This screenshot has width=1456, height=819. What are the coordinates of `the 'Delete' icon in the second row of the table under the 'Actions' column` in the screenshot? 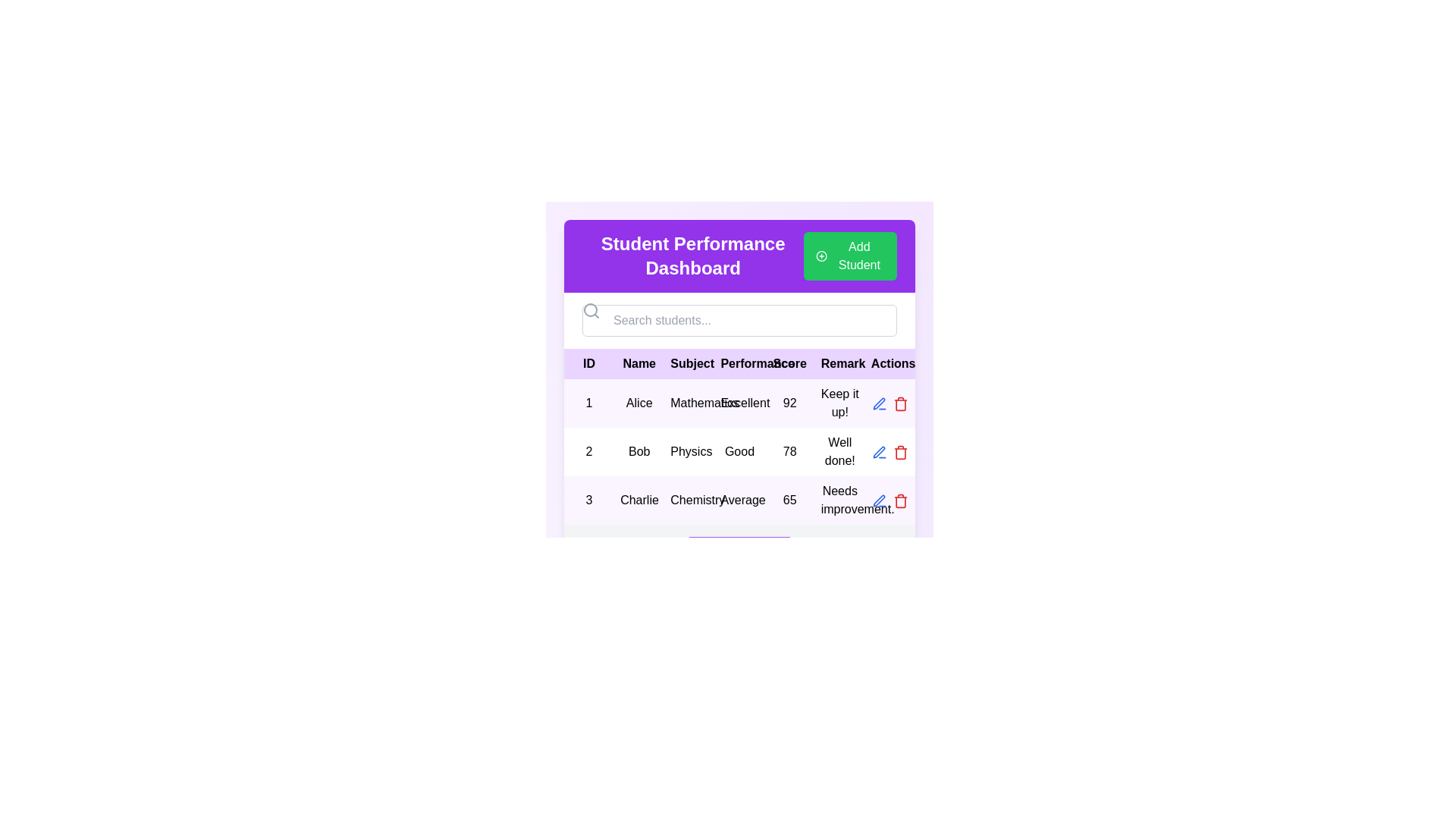 It's located at (900, 403).